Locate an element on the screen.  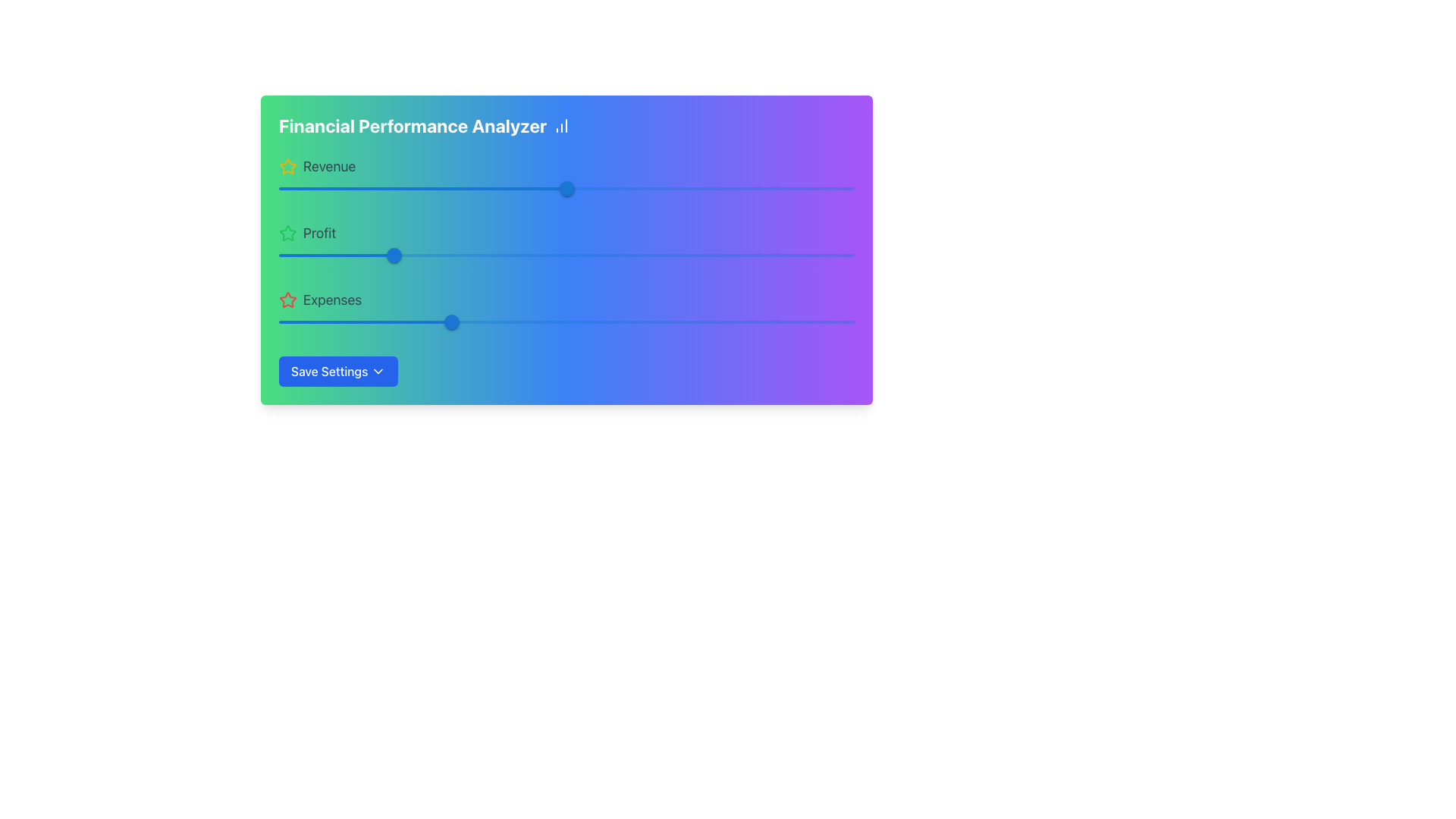
the profit slider is located at coordinates (827, 254).